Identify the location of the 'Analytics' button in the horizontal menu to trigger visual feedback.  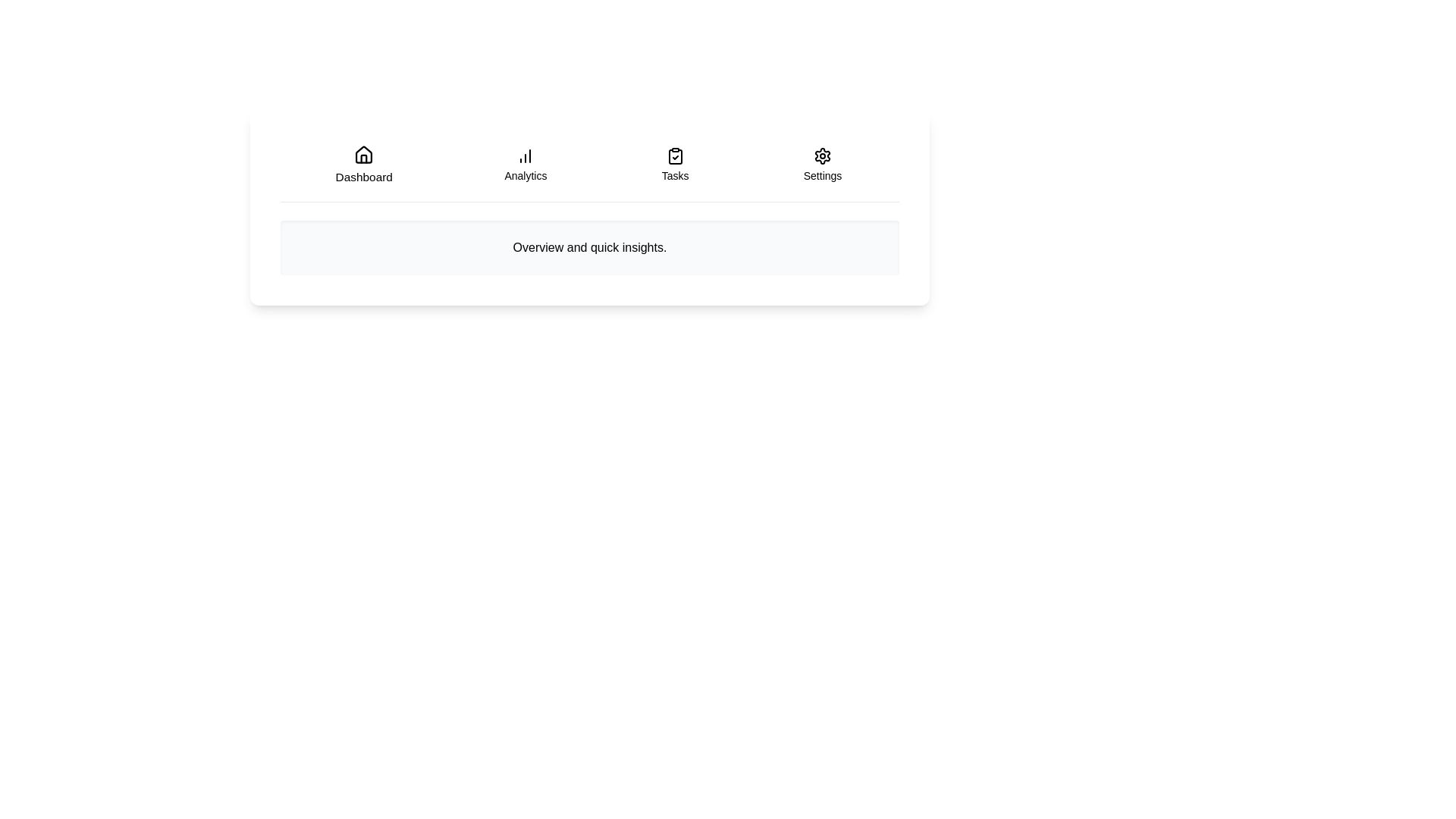
(526, 165).